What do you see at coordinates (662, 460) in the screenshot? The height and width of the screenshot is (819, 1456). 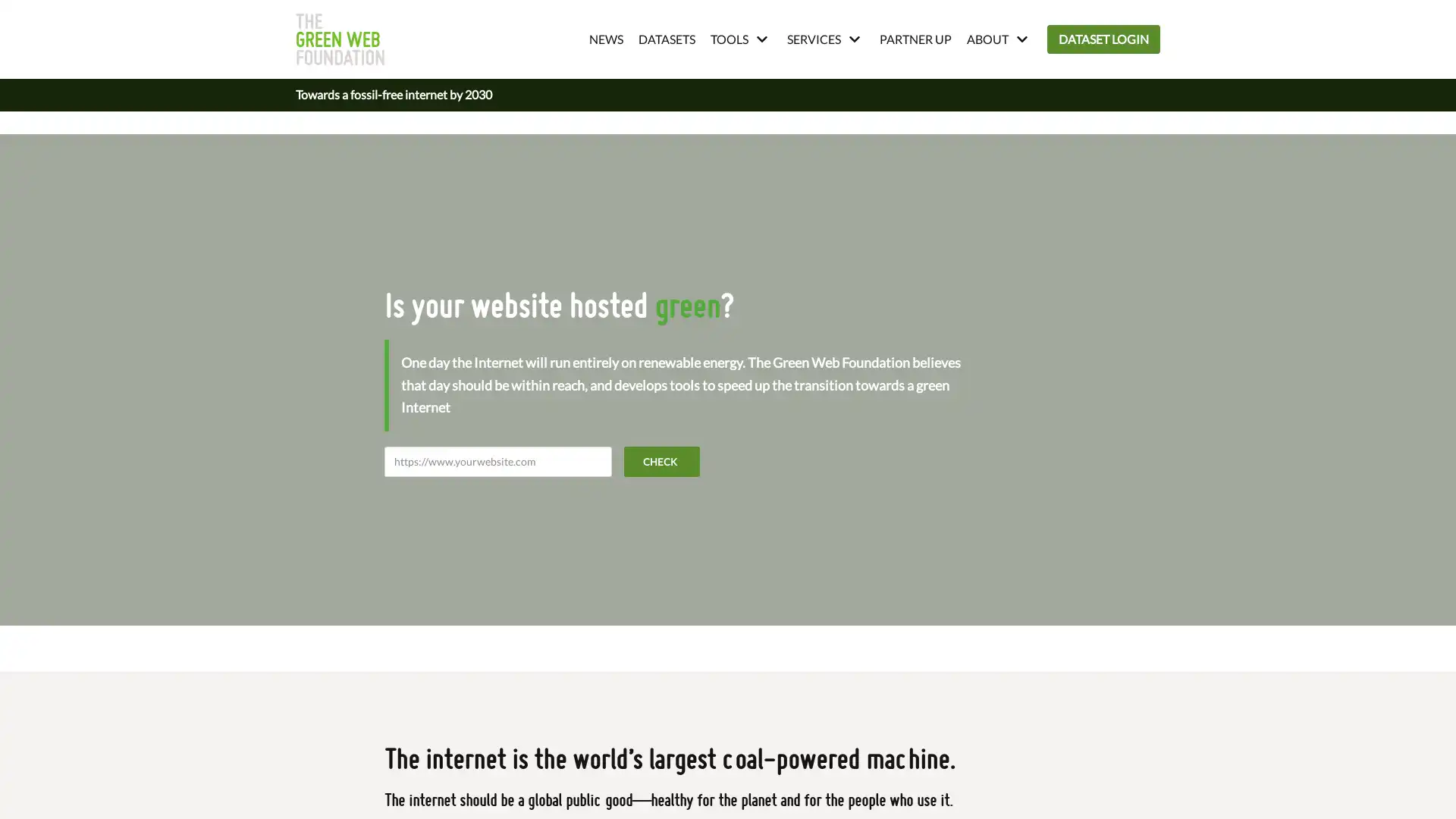 I see `CHECK` at bounding box center [662, 460].